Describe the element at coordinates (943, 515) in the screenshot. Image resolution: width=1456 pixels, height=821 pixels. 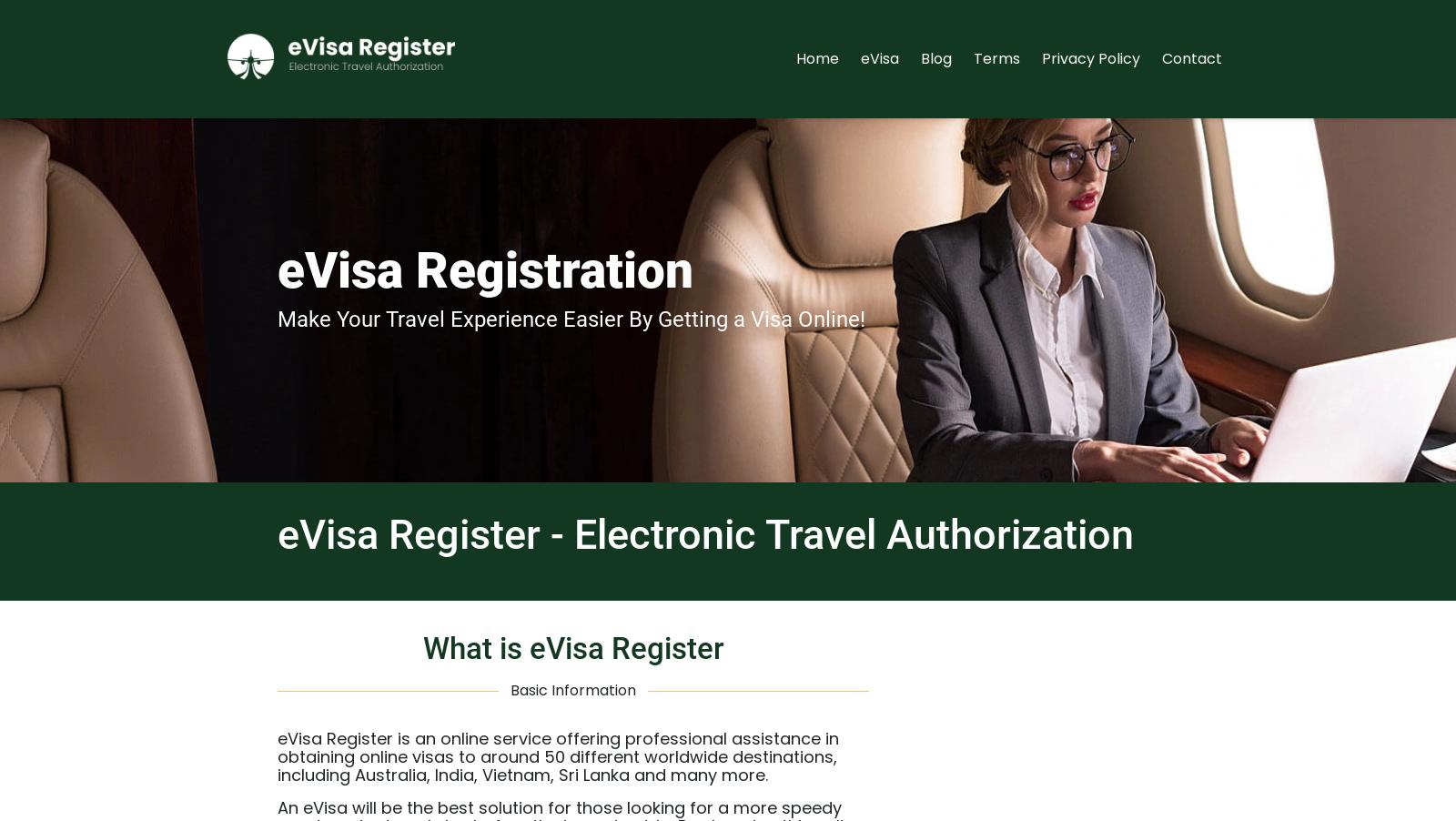
I see `'Saudi Arabia eVisa'` at that location.